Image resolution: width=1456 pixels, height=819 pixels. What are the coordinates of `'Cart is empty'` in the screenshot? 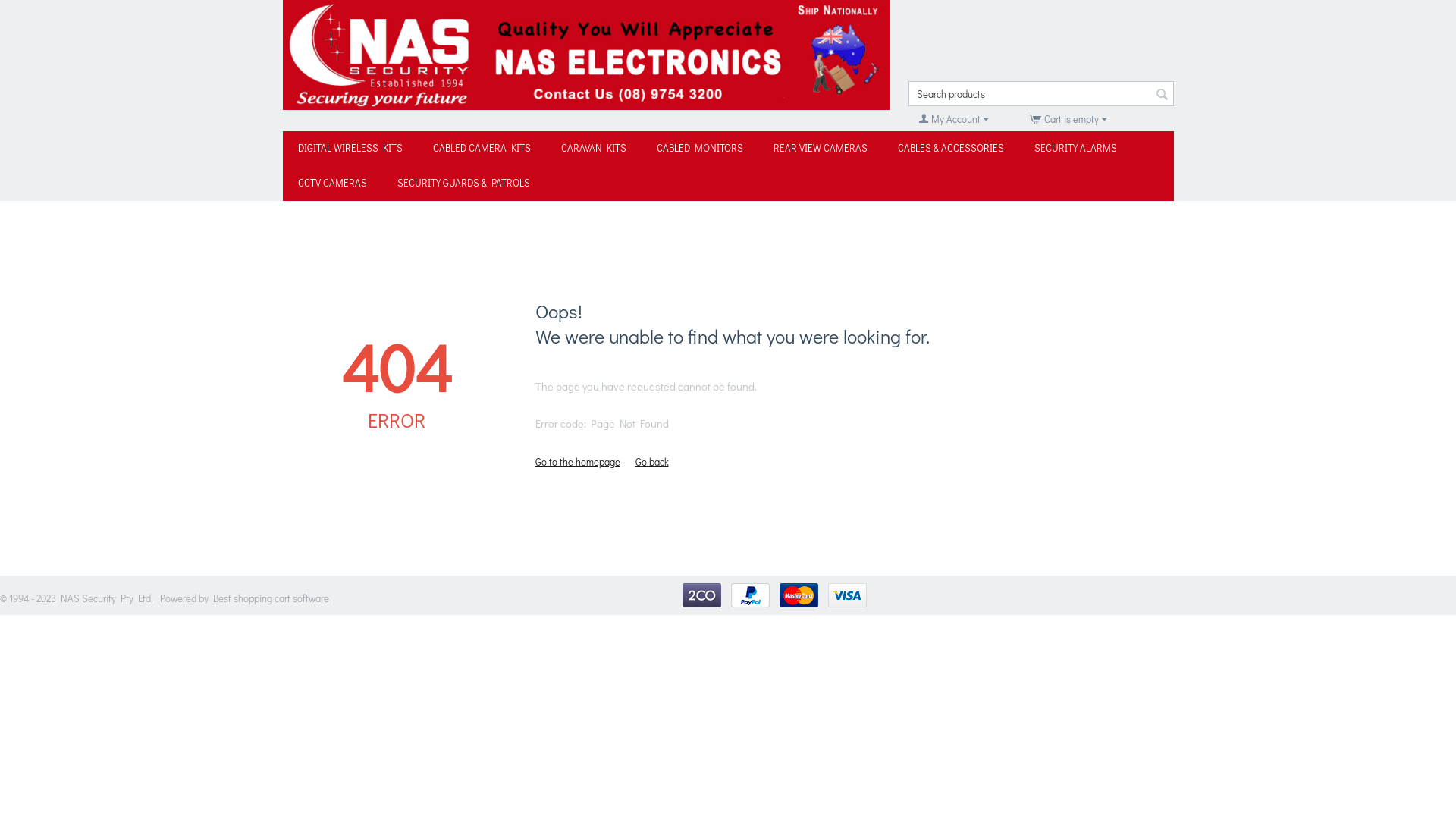 It's located at (1066, 118).